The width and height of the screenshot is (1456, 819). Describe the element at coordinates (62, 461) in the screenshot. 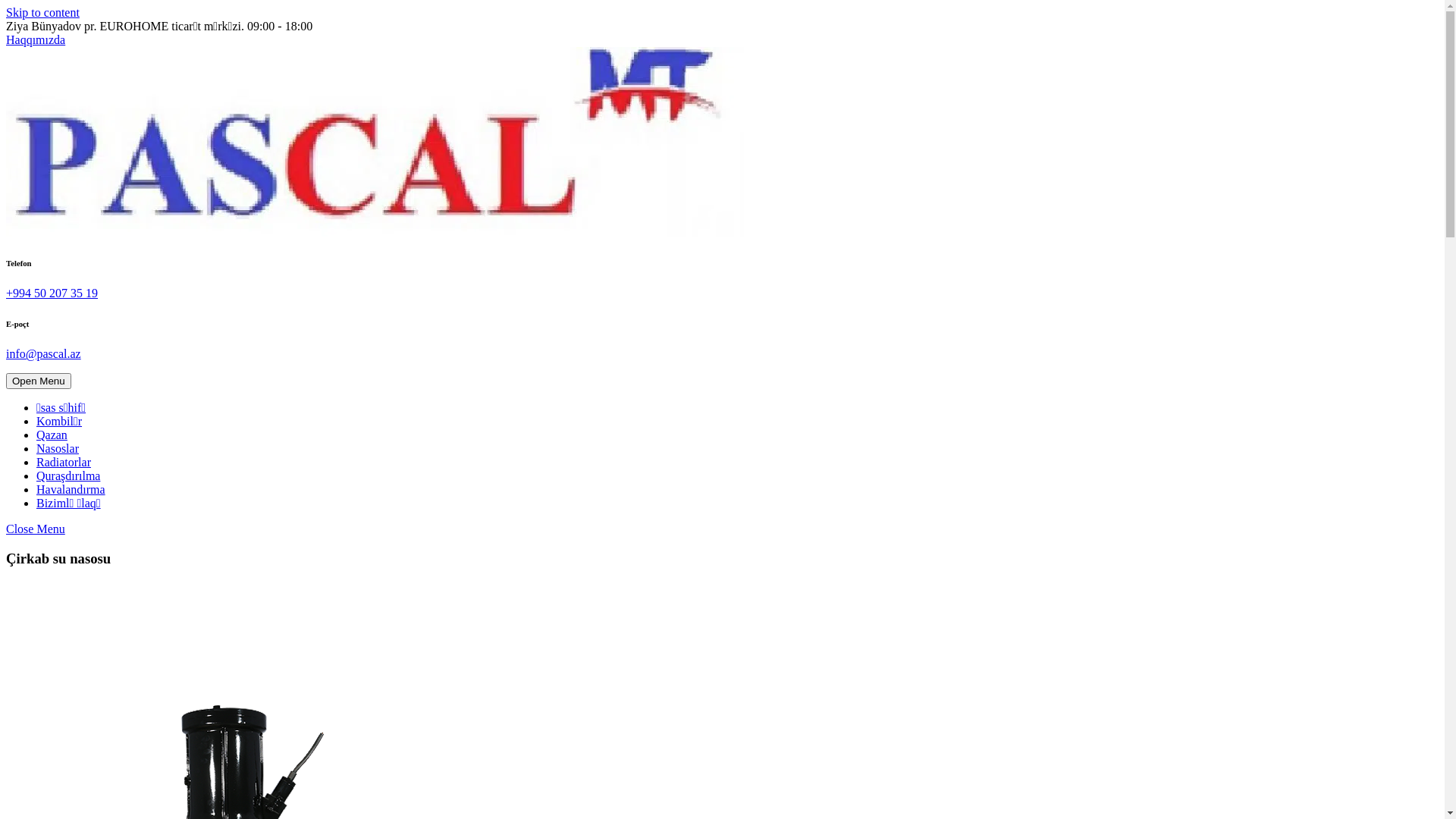

I see `'Radiatorlar'` at that location.